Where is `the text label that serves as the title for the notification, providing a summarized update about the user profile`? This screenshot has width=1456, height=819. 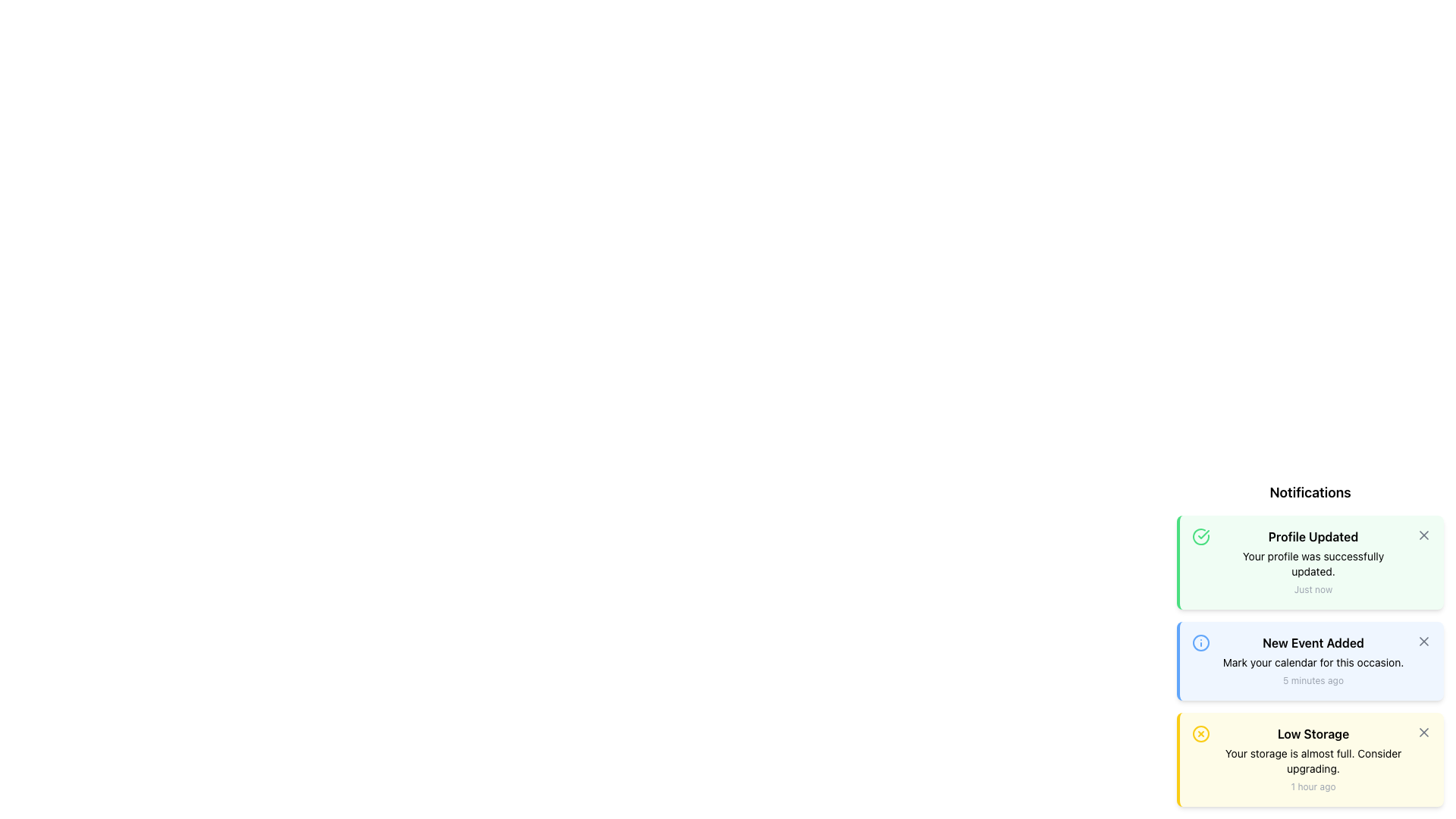
the text label that serves as the title for the notification, providing a summarized update about the user profile is located at coordinates (1313, 536).